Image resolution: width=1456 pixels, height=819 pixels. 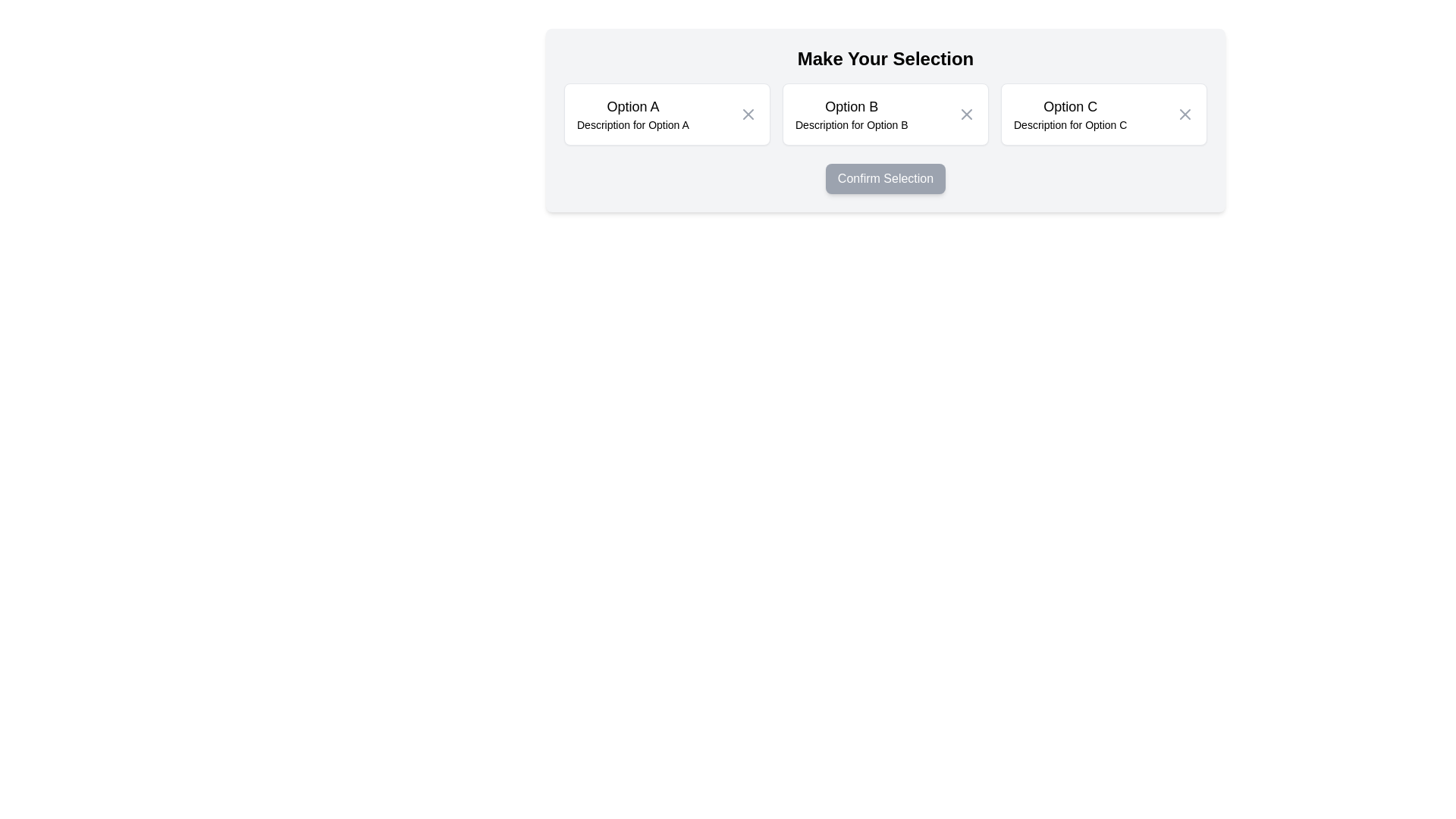 I want to click on the Text Display element that provides additional descriptive information for 'Option C', located at the center-right of the page, below the heading 'Option C', so click(x=1069, y=124).